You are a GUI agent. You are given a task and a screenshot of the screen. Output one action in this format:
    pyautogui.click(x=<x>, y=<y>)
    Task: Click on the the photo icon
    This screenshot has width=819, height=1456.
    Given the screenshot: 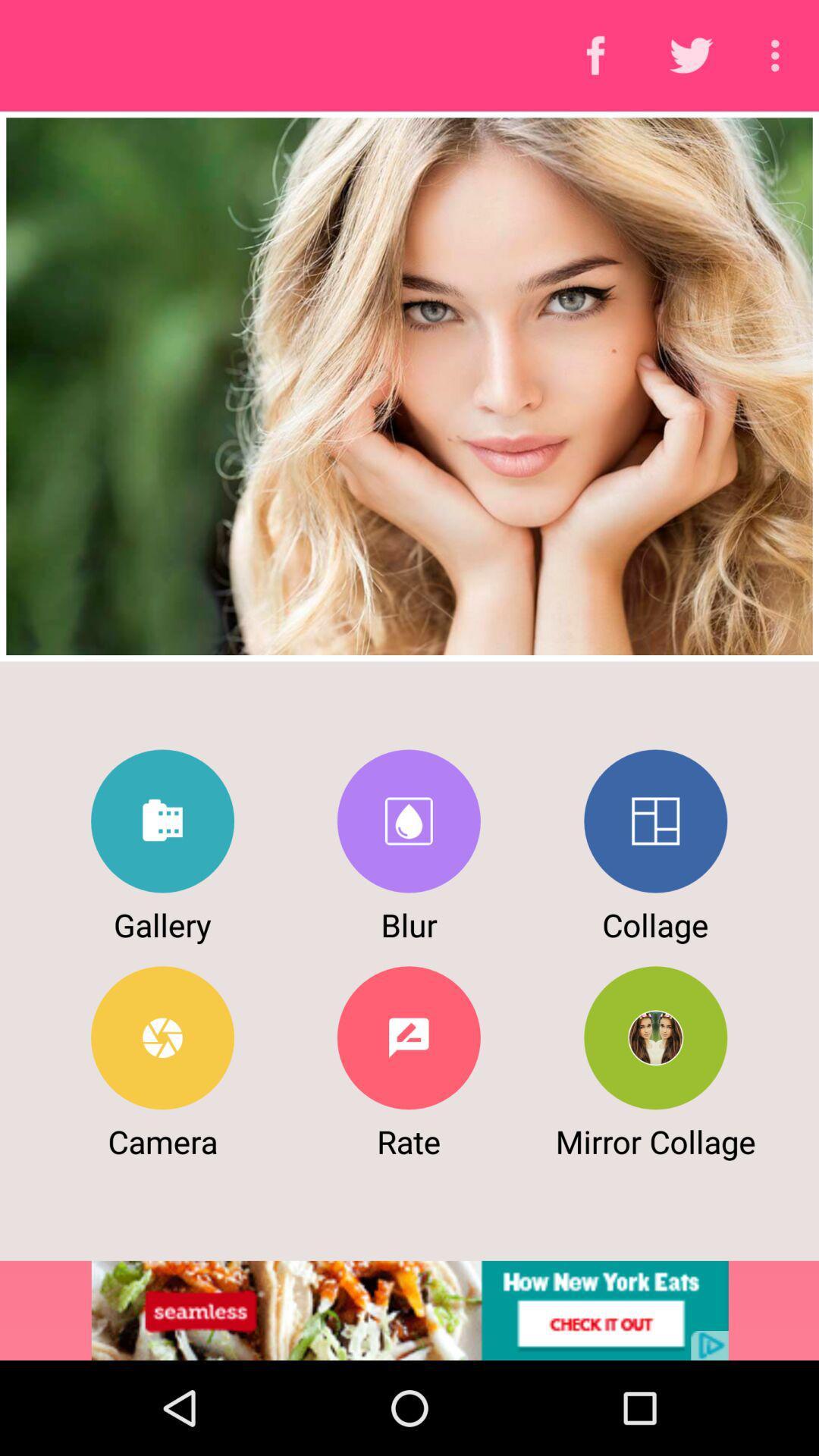 What is the action you would take?
    pyautogui.click(x=408, y=821)
    